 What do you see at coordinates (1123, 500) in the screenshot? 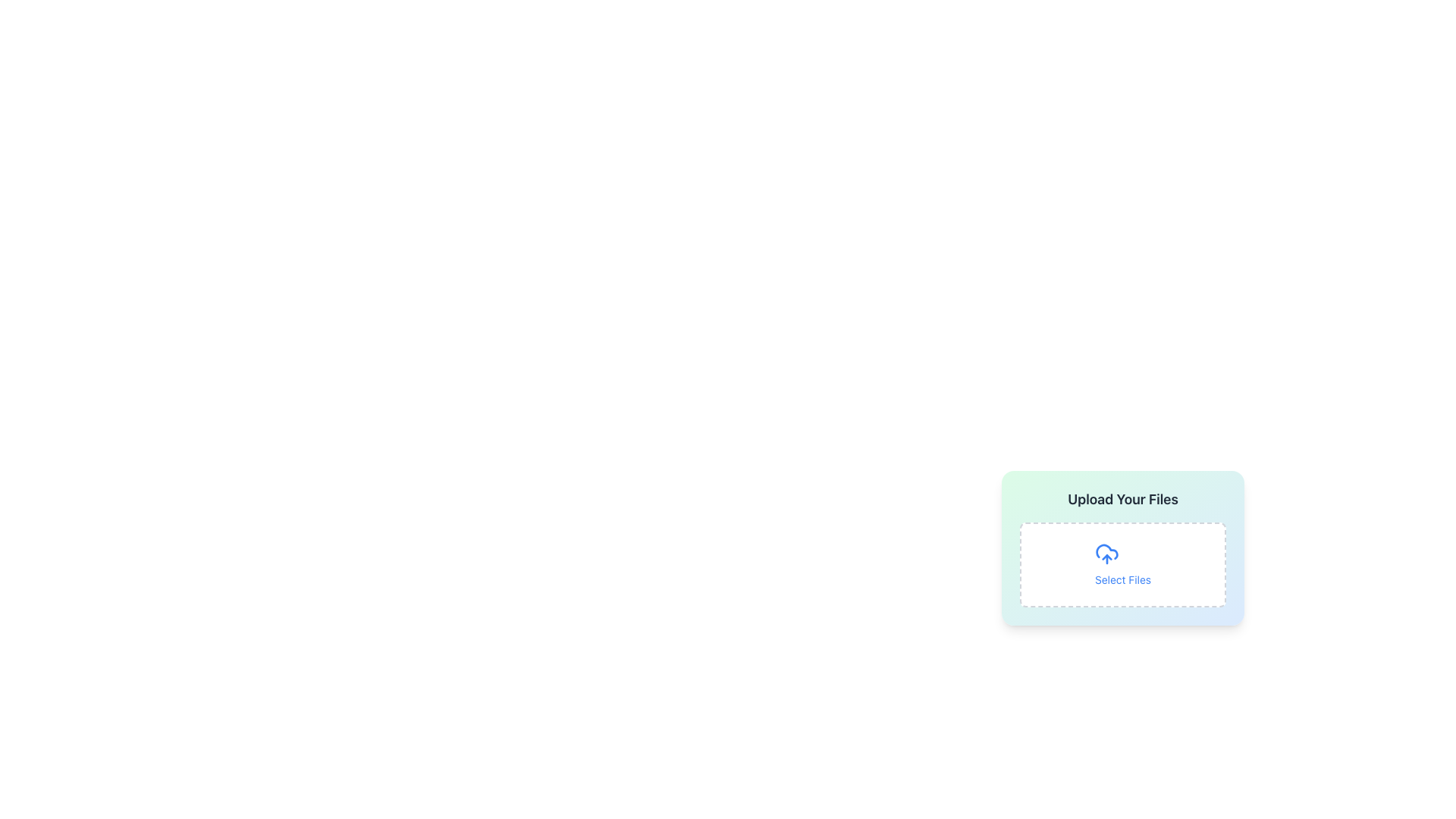
I see `the heading text label 'Upload Your Files' at the top-center of the card, which is styled in bold and dark gray on a gradient background` at bounding box center [1123, 500].